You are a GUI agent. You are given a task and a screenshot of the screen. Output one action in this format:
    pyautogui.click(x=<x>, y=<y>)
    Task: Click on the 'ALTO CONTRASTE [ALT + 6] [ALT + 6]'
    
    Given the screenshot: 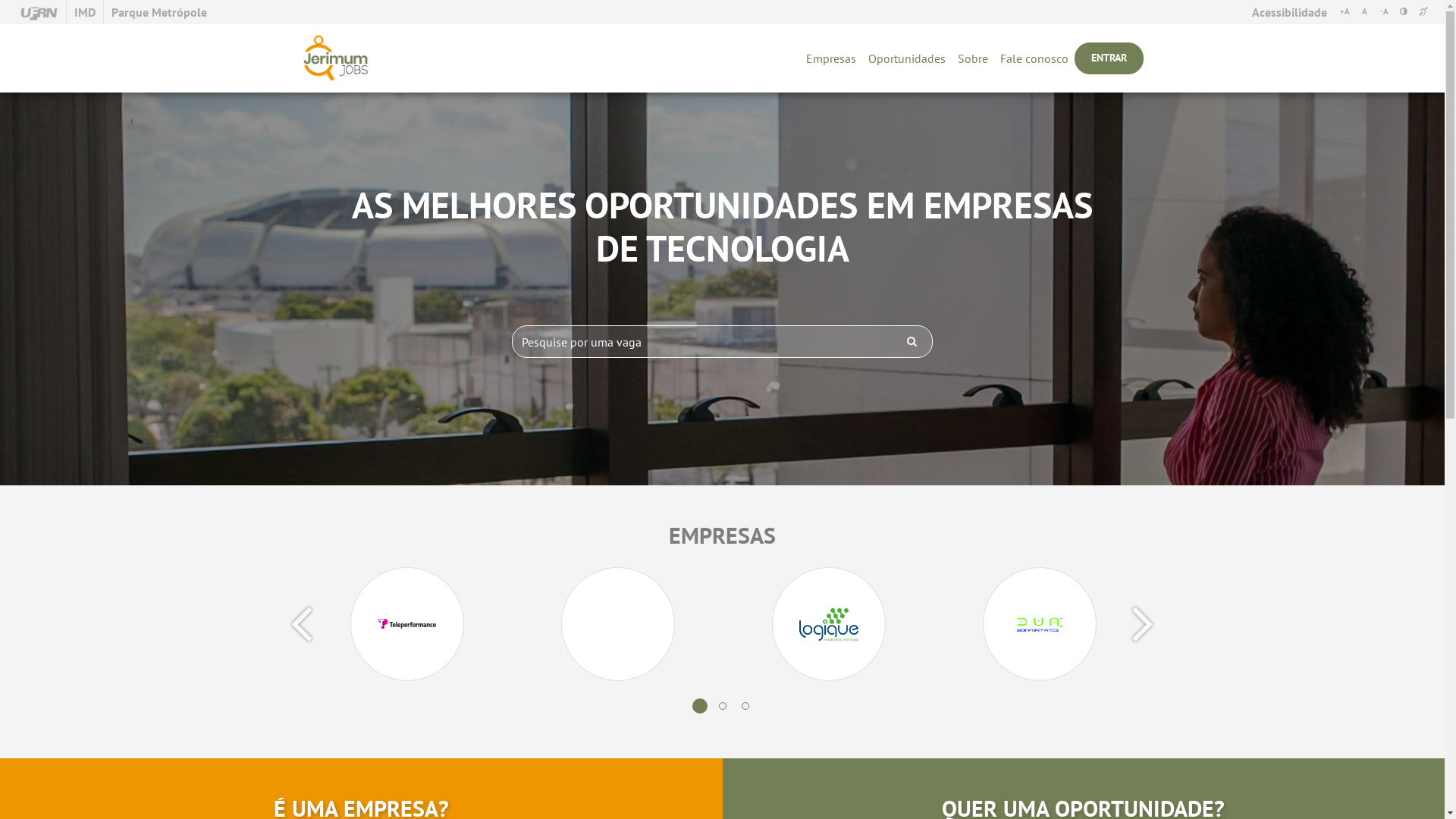 What is the action you would take?
    pyautogui.click(x=1403, y=11)
    